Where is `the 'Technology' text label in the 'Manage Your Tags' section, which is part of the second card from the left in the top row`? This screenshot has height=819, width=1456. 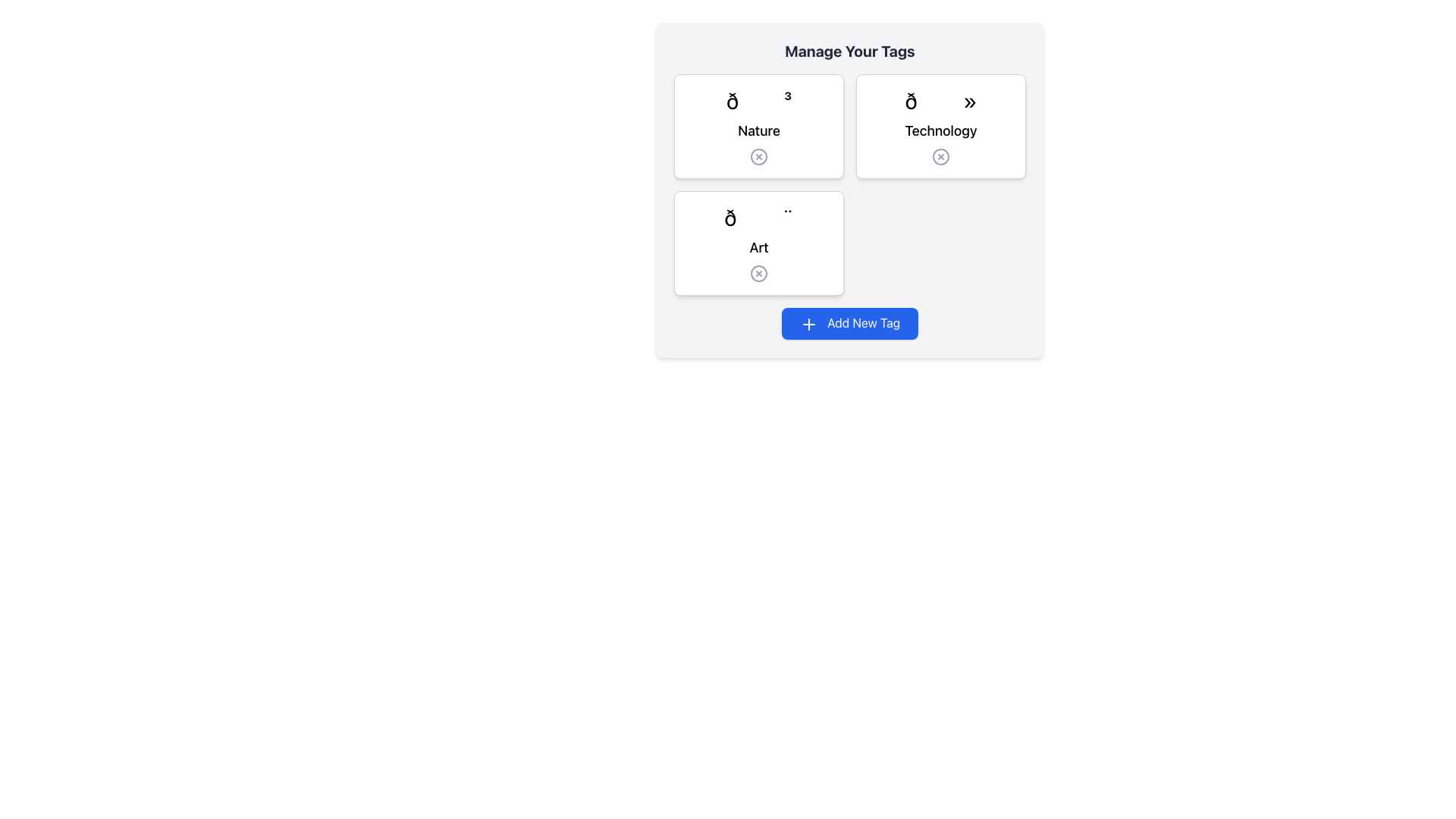
the 'Technology' text label in the 'Manage Your Tags' section, which is part of the second card from the left in the top row is located at coordinates (940, 130).